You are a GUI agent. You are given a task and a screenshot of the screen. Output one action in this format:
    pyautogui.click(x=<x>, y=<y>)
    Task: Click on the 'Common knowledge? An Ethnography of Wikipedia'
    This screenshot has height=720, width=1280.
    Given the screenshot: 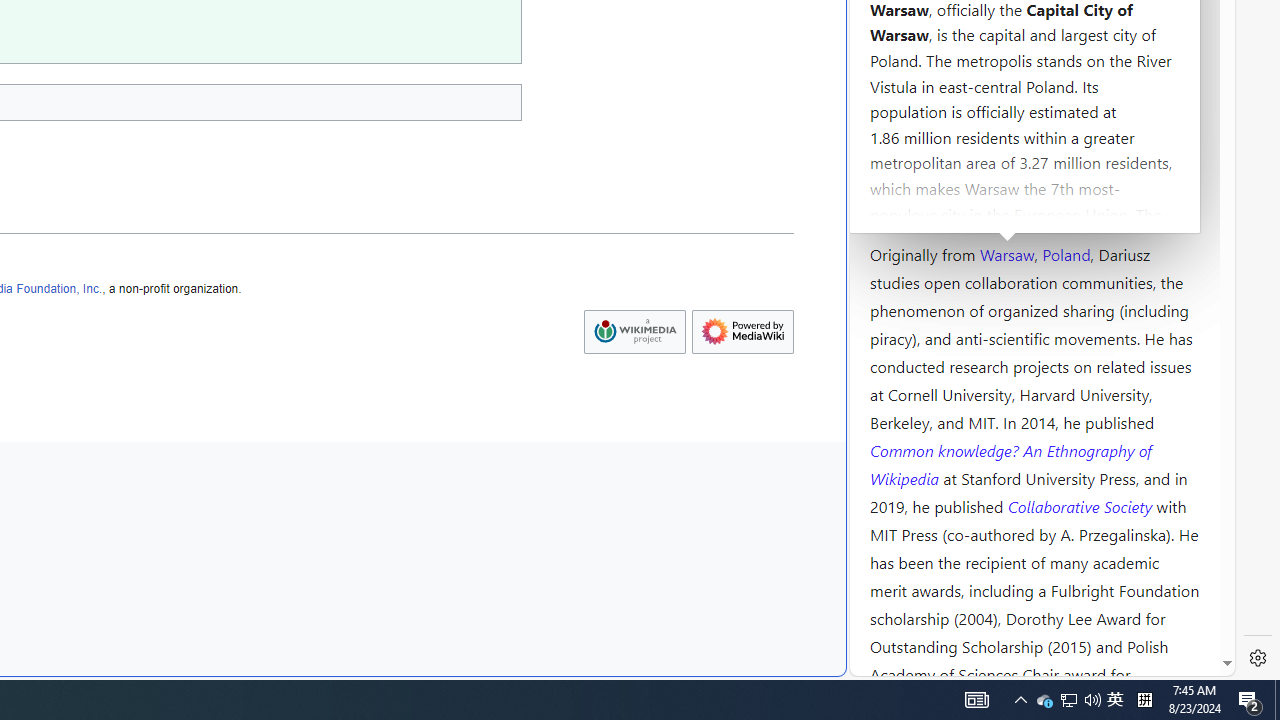 What is the action you would take?
    pyautogui.click(x=1010, y=464)
    